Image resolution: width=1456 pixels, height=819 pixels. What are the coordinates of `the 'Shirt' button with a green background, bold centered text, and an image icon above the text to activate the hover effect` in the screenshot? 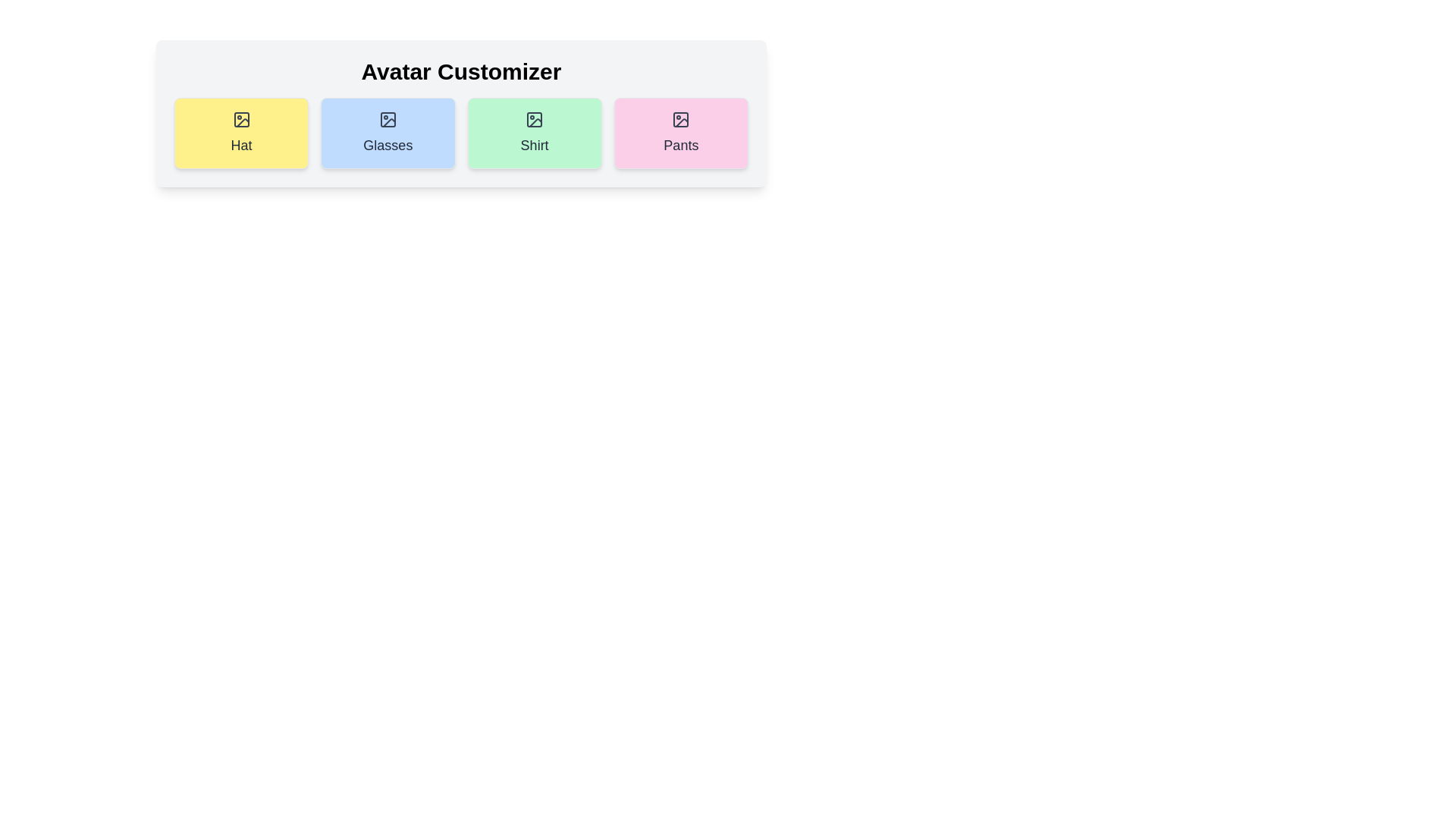 It's located at (535, 133).